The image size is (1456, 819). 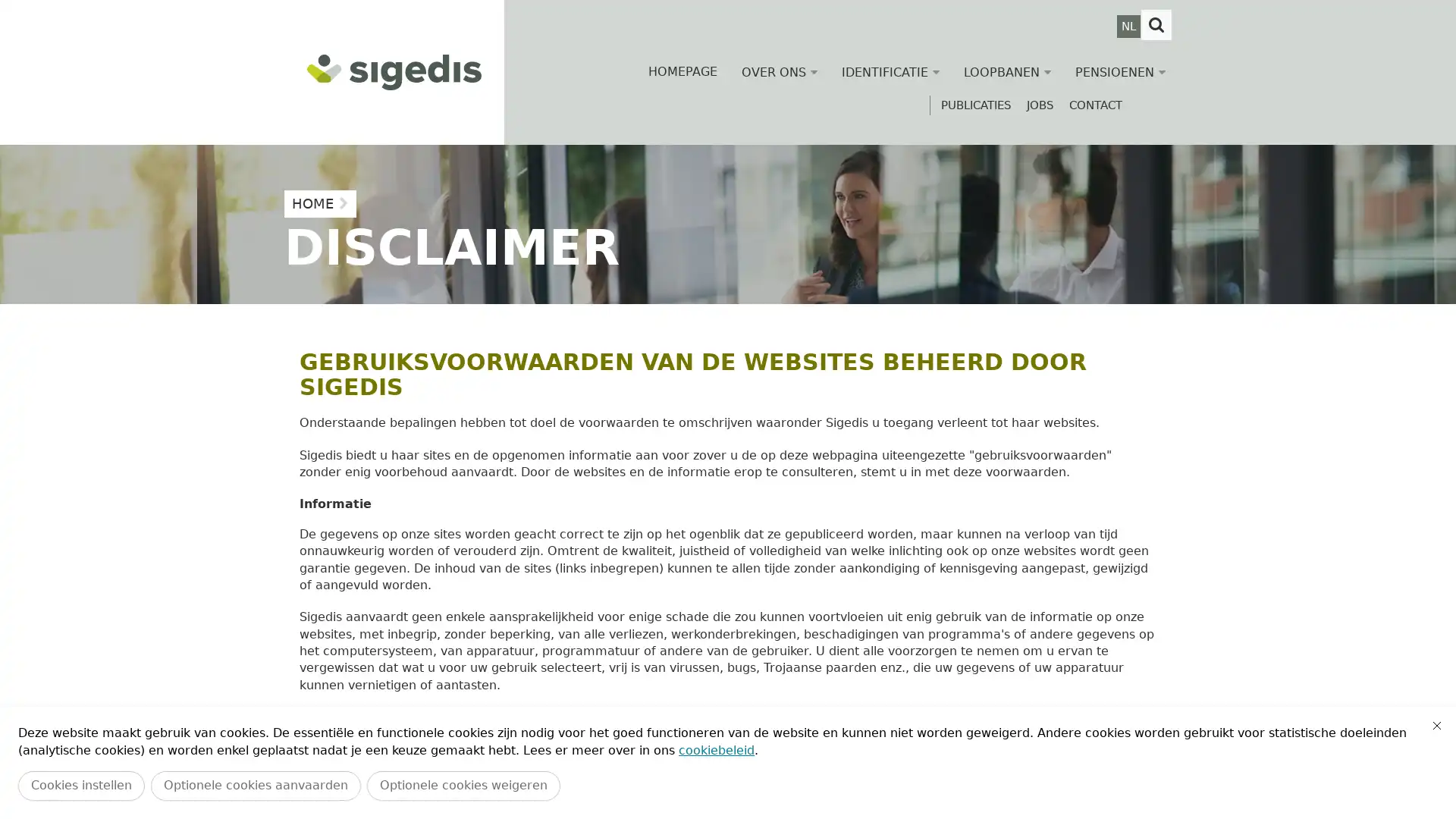 I want to click on Search, so click(x=1156, y=25).